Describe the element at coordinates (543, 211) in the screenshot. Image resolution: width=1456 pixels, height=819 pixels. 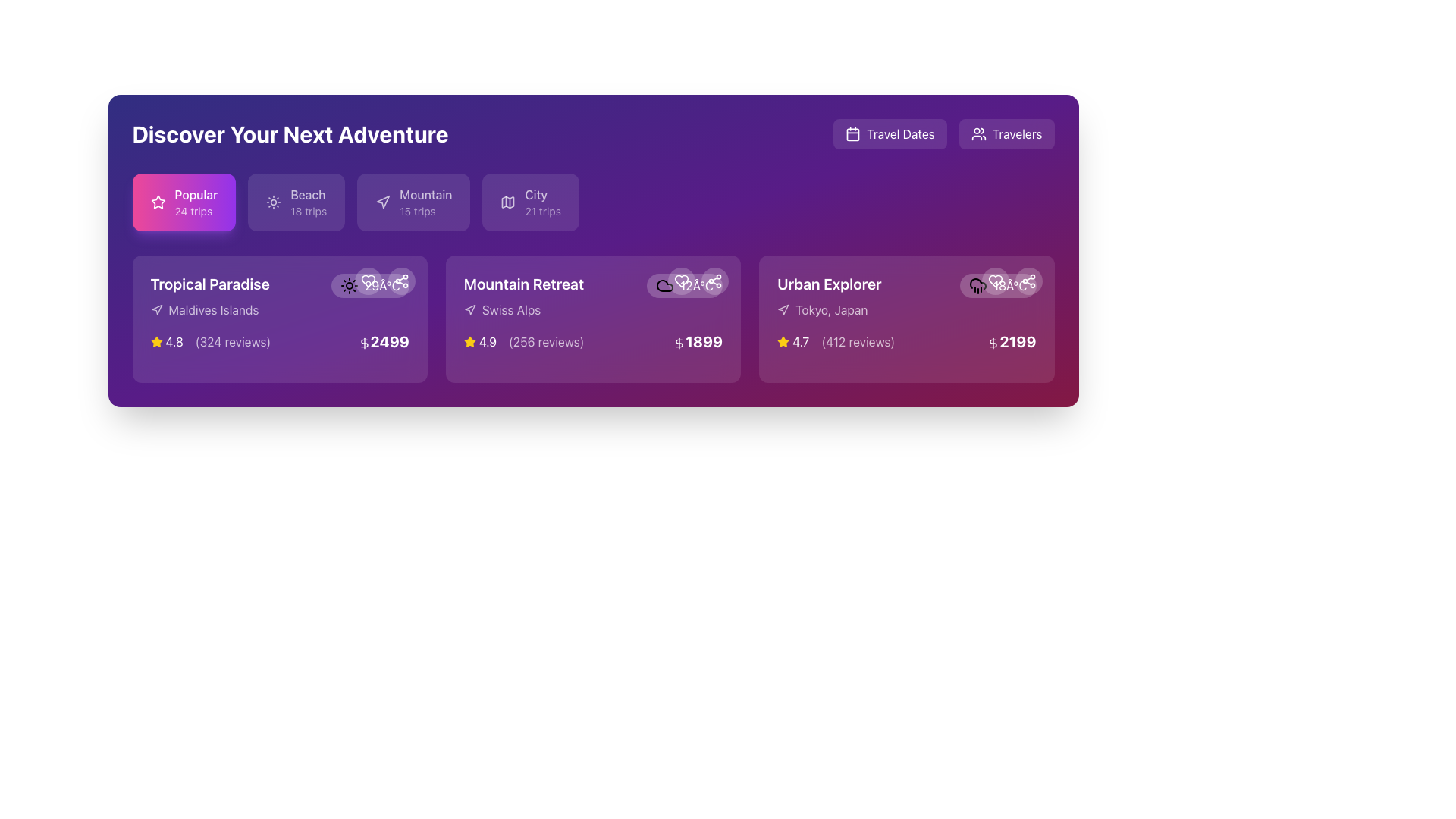
I see `text label displaying '21 trips' located below the 'City' label inside a rounded purple button` at that location.